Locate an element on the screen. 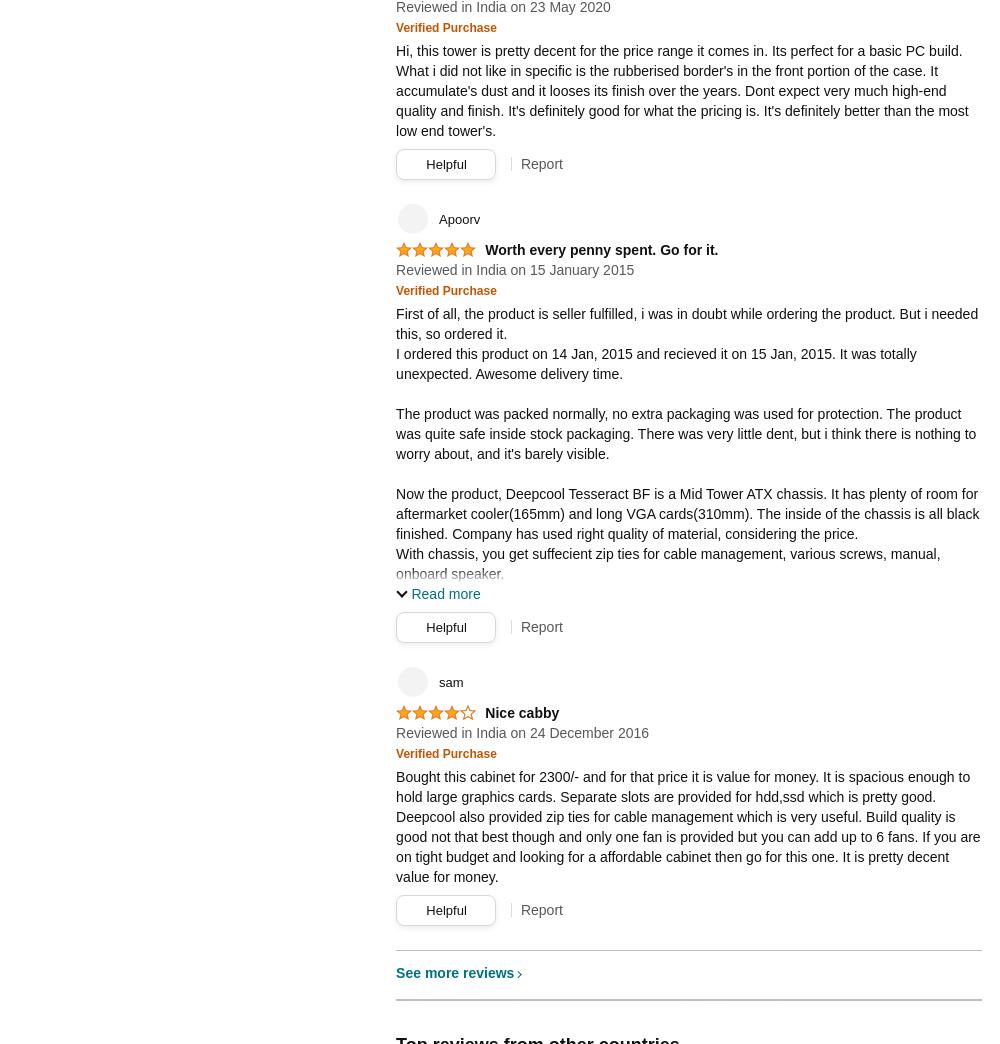 This screenshot has width=1000, height=1044. '5.0 out of 5 stars' is located at coordinates (433, 257).